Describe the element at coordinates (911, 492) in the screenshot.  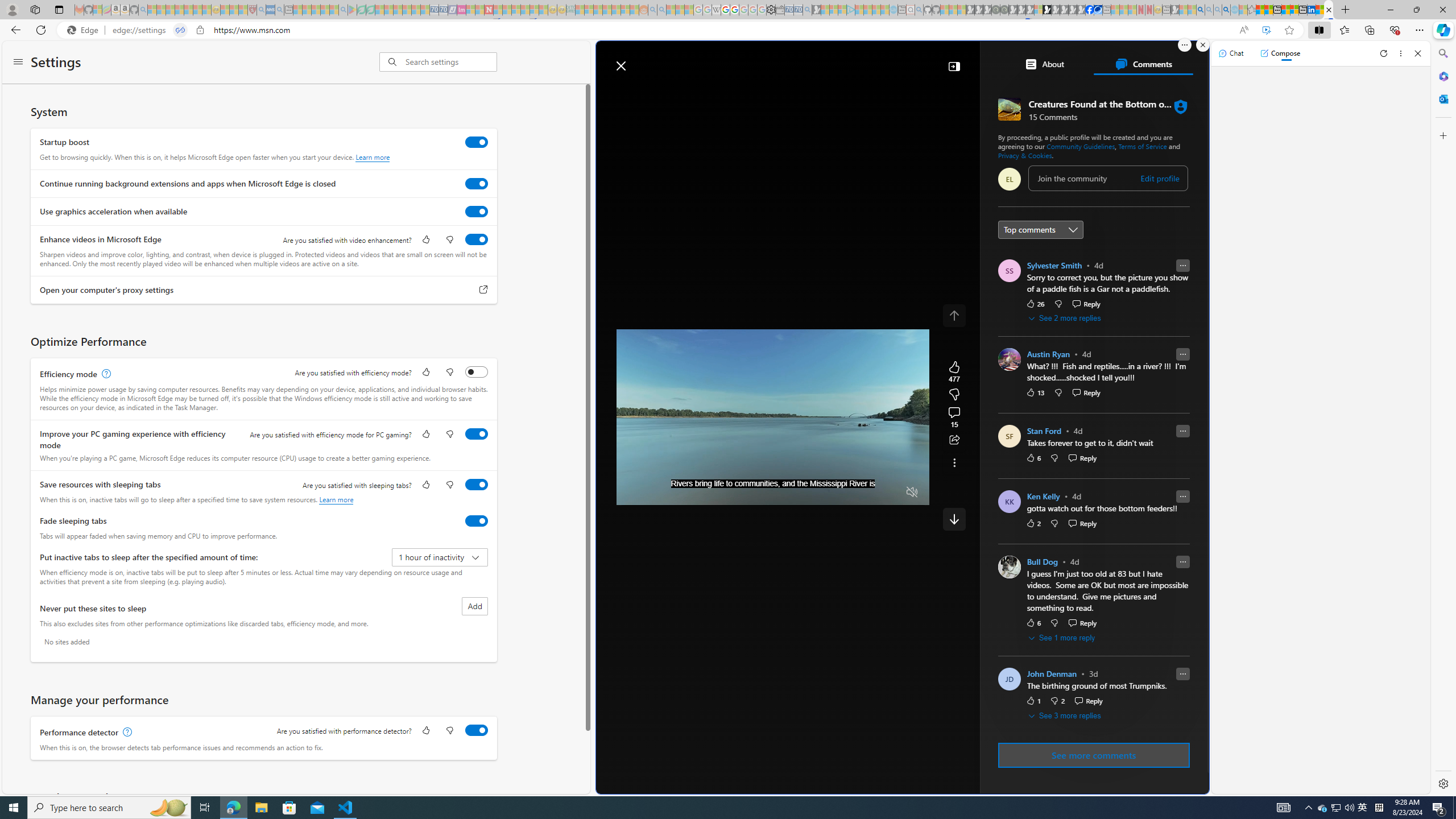
I see `'Unmute'` at that location.